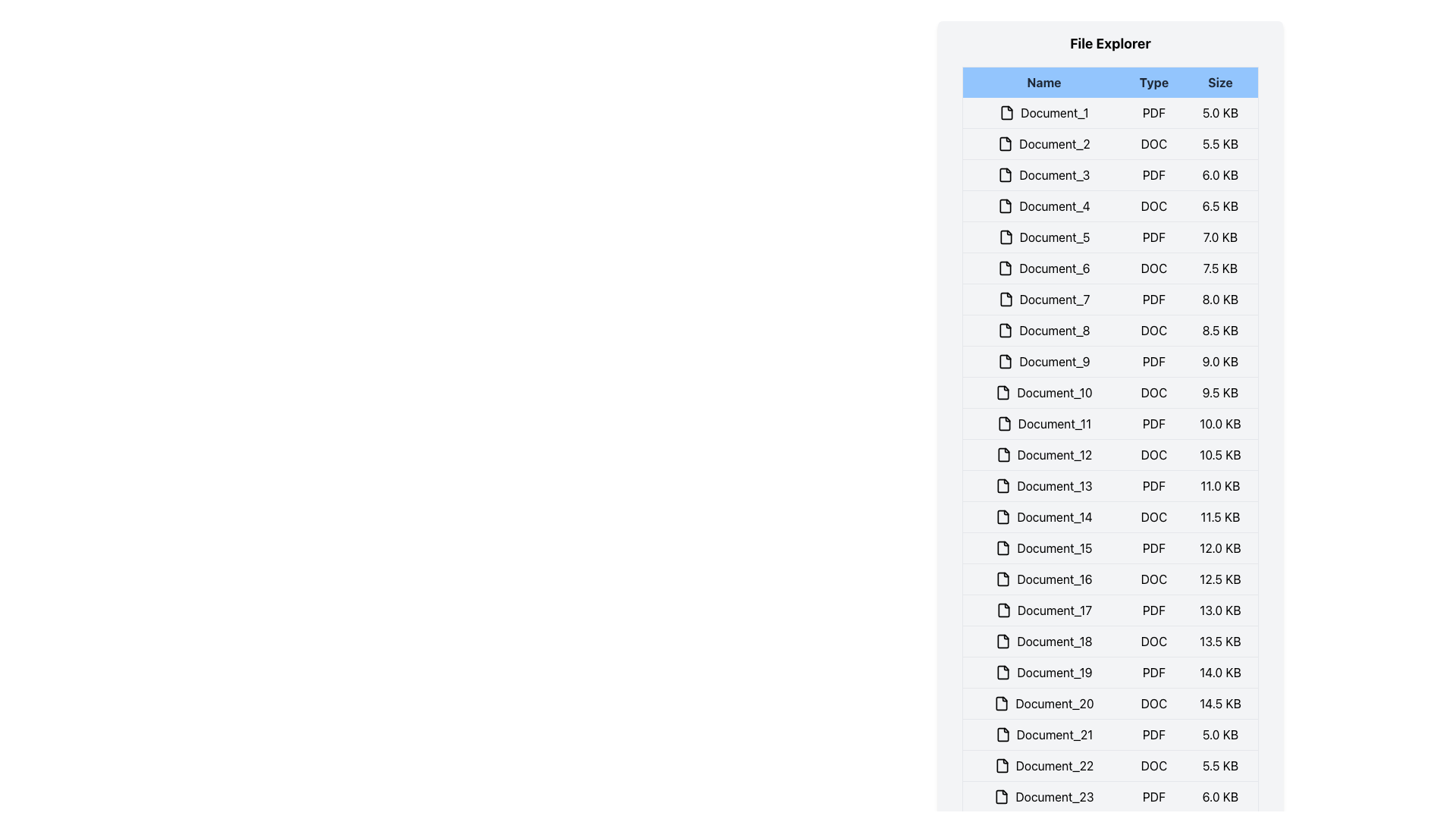  I want to click on the SVG icon representing a file that precedes the text 'Document_12' in the file list, so click(1003, 454).